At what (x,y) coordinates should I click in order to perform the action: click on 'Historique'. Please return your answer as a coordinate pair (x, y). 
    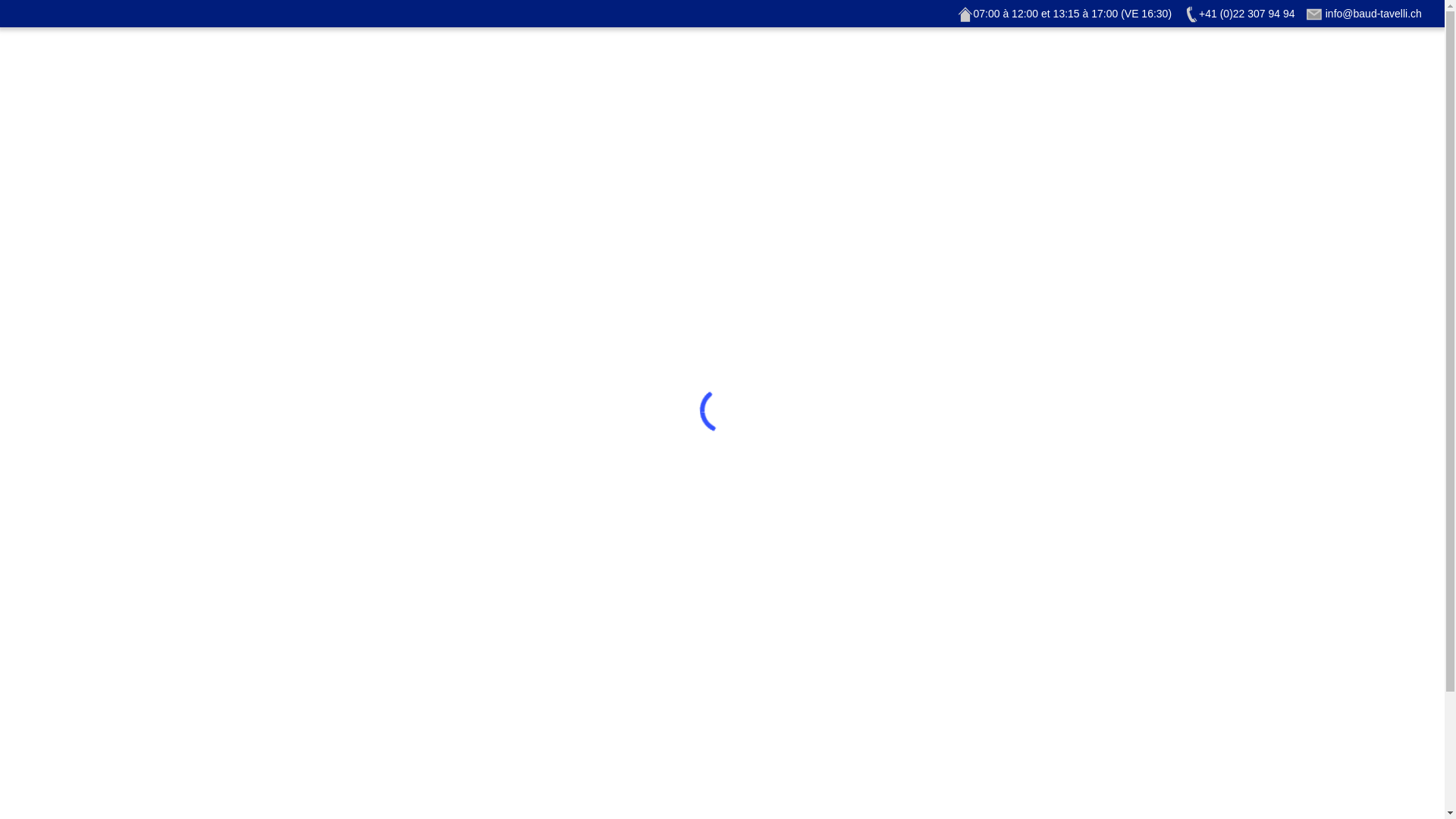
    Looking at the image, I should click on (682, 66).